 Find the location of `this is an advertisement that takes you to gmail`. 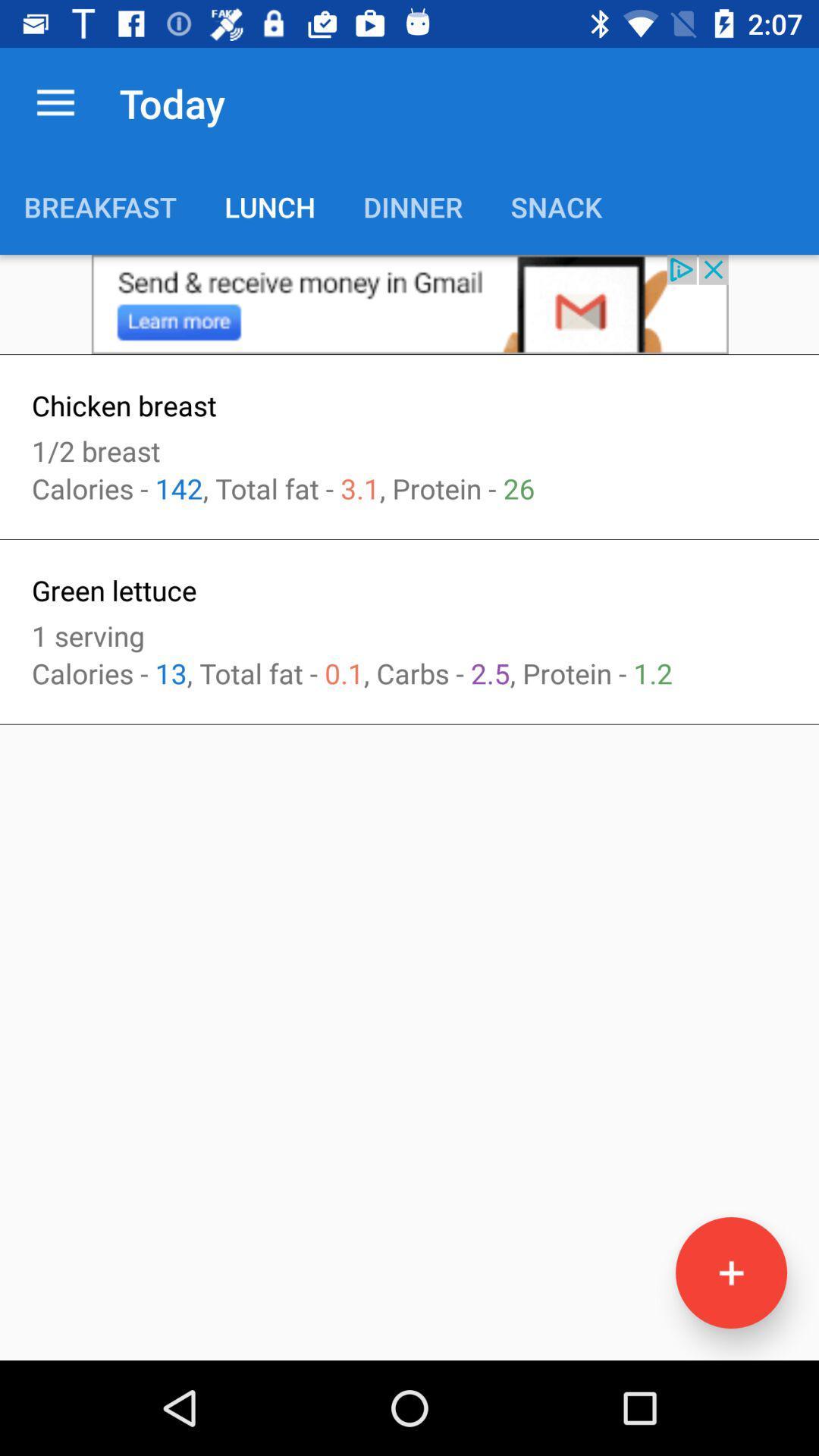

this is an advertisement that takes you to gmail is located at coordinates (409, 303).